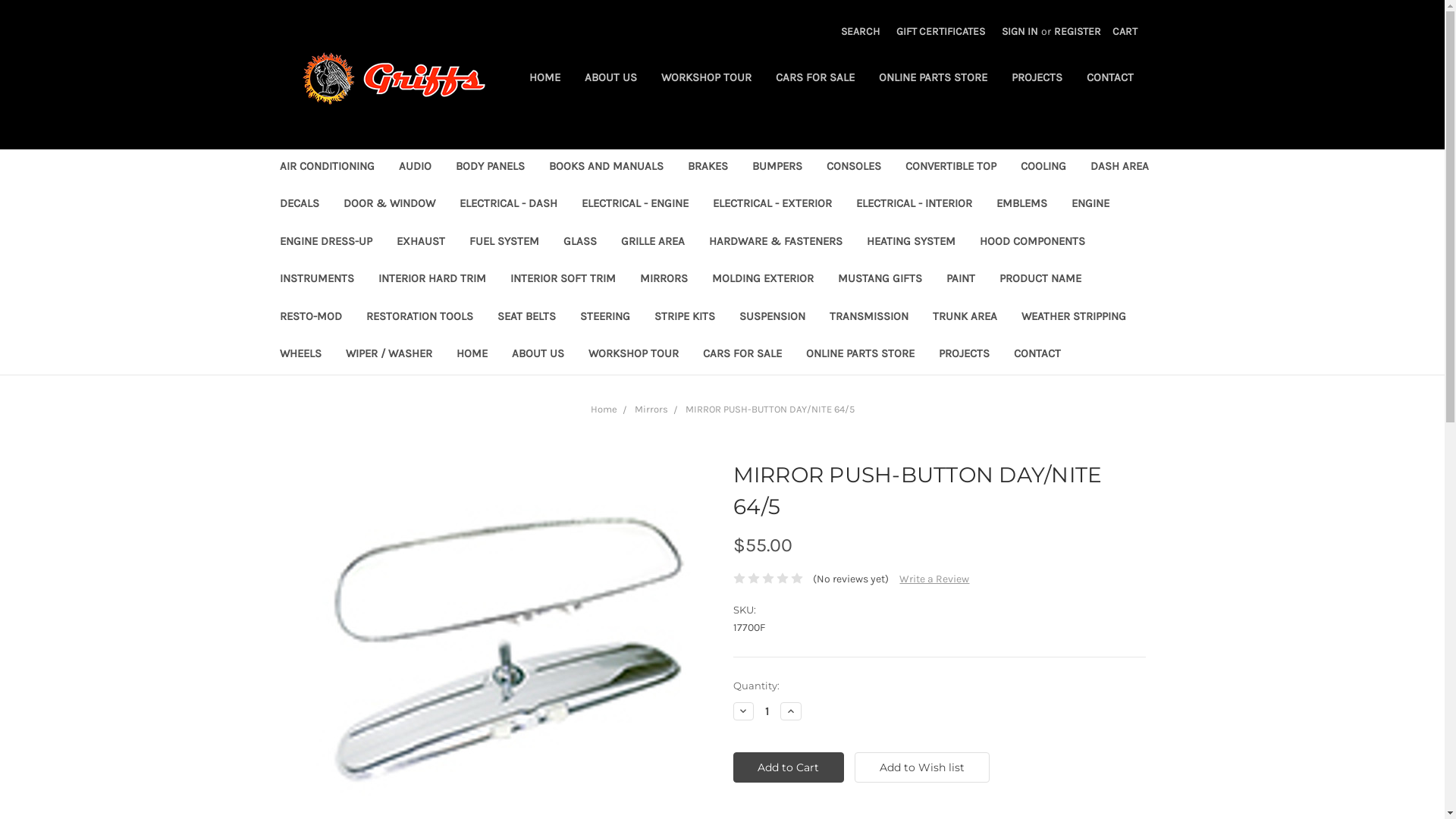 This screenshot has height=819, width=1456. I want to click on 'ELECTRICAL - INTERIOR', so click(912, 205).